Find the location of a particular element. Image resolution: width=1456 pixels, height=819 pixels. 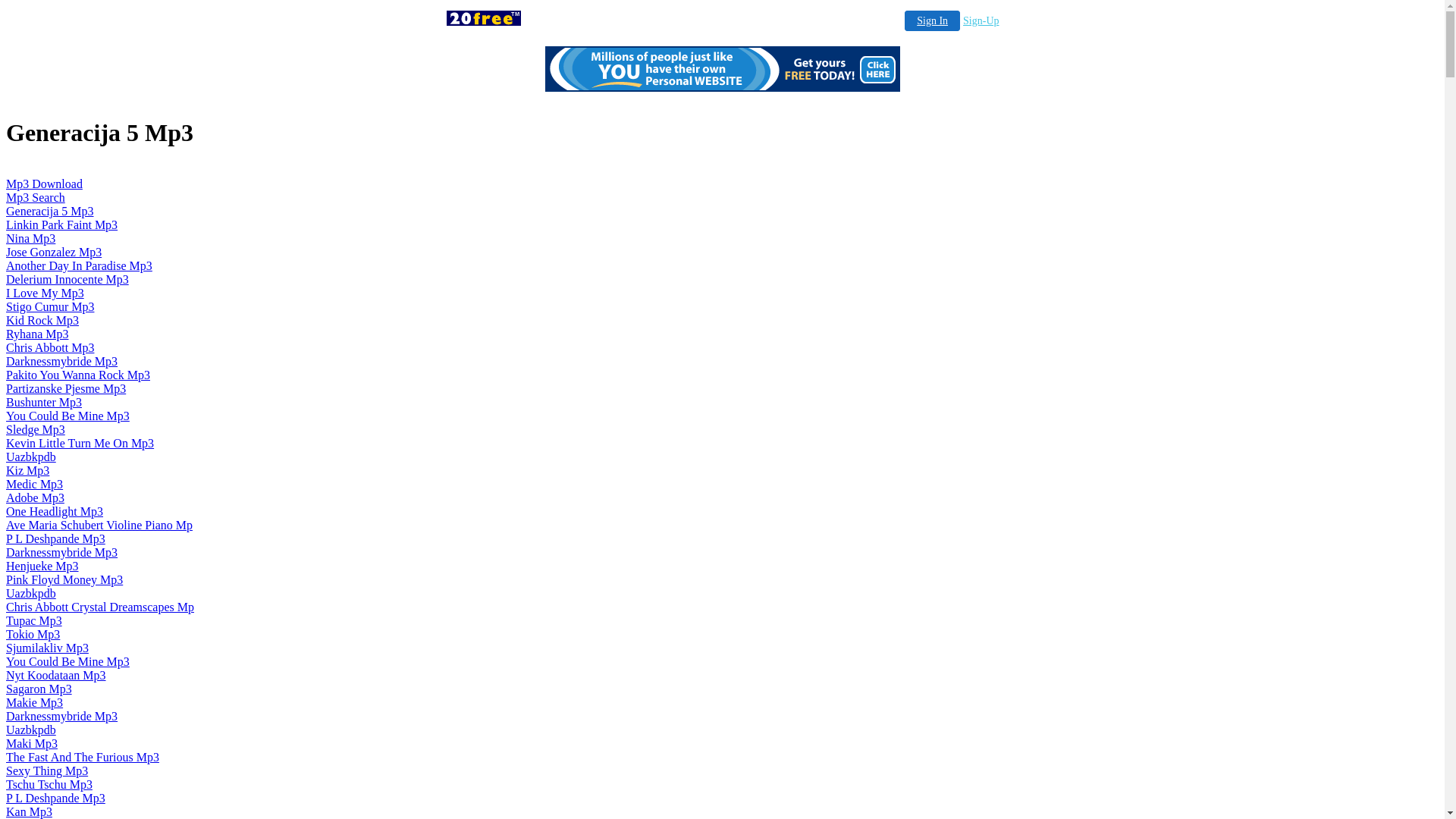

'Kan Mp3' is located at coordinates (29, 811).